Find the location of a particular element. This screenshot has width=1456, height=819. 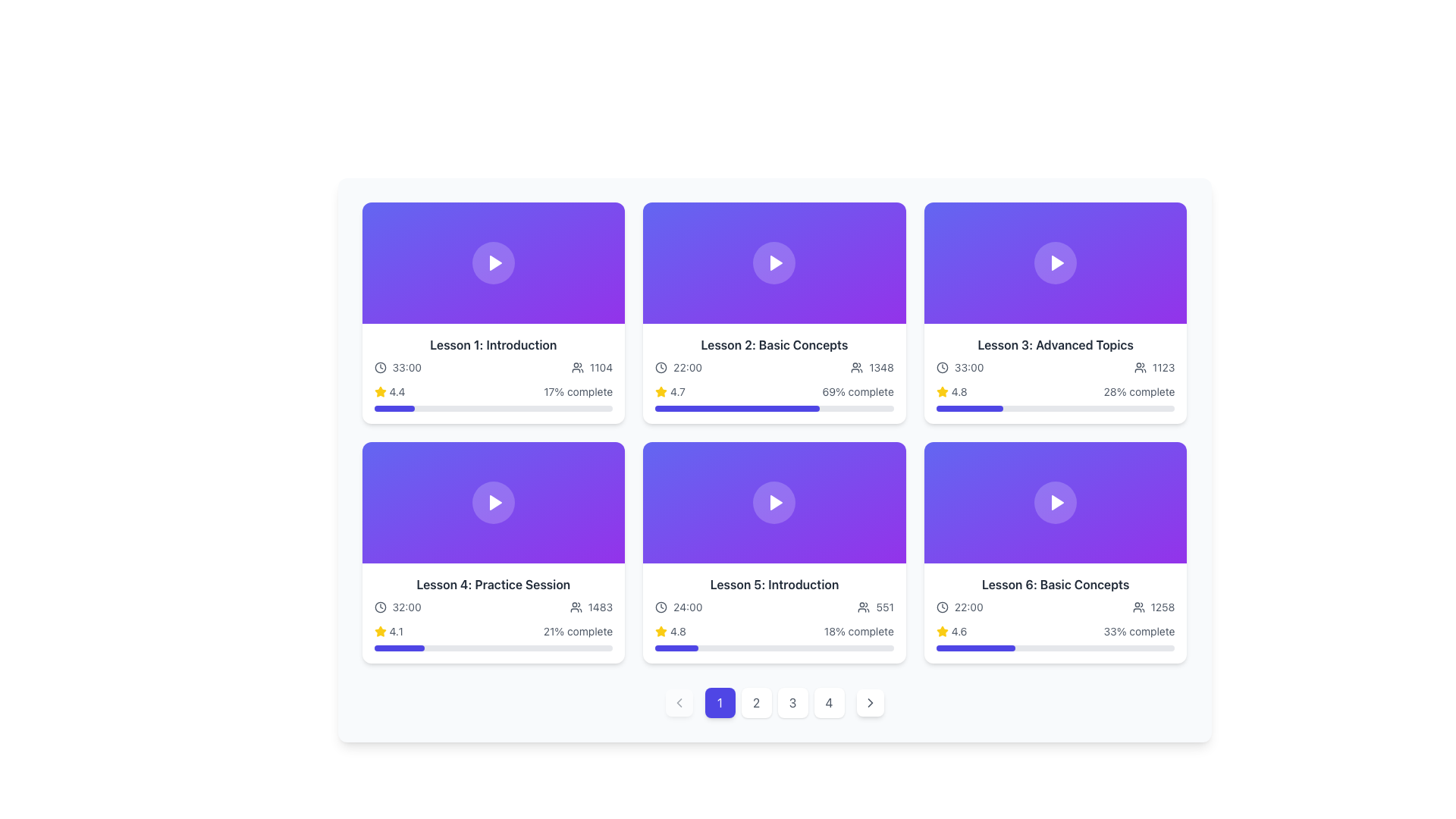

the pagination button group that displays the numerical range '1234' is located at coordinates (774, 702).